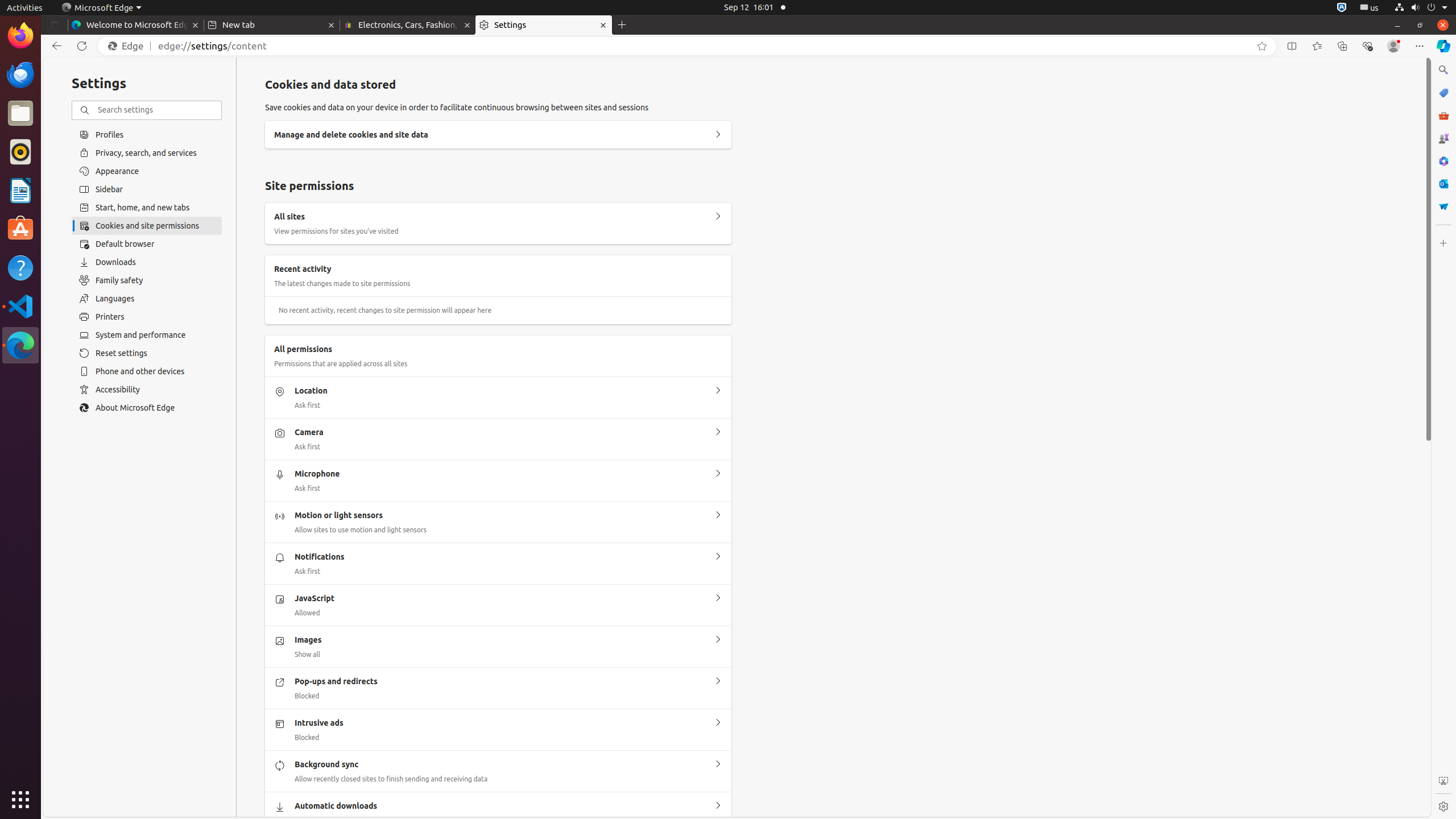  What do you see at coordinates (1368, 7) in the screenshot?
I see `':1.21/StatusNotifierItem'` at bounding box center [1368, 7].